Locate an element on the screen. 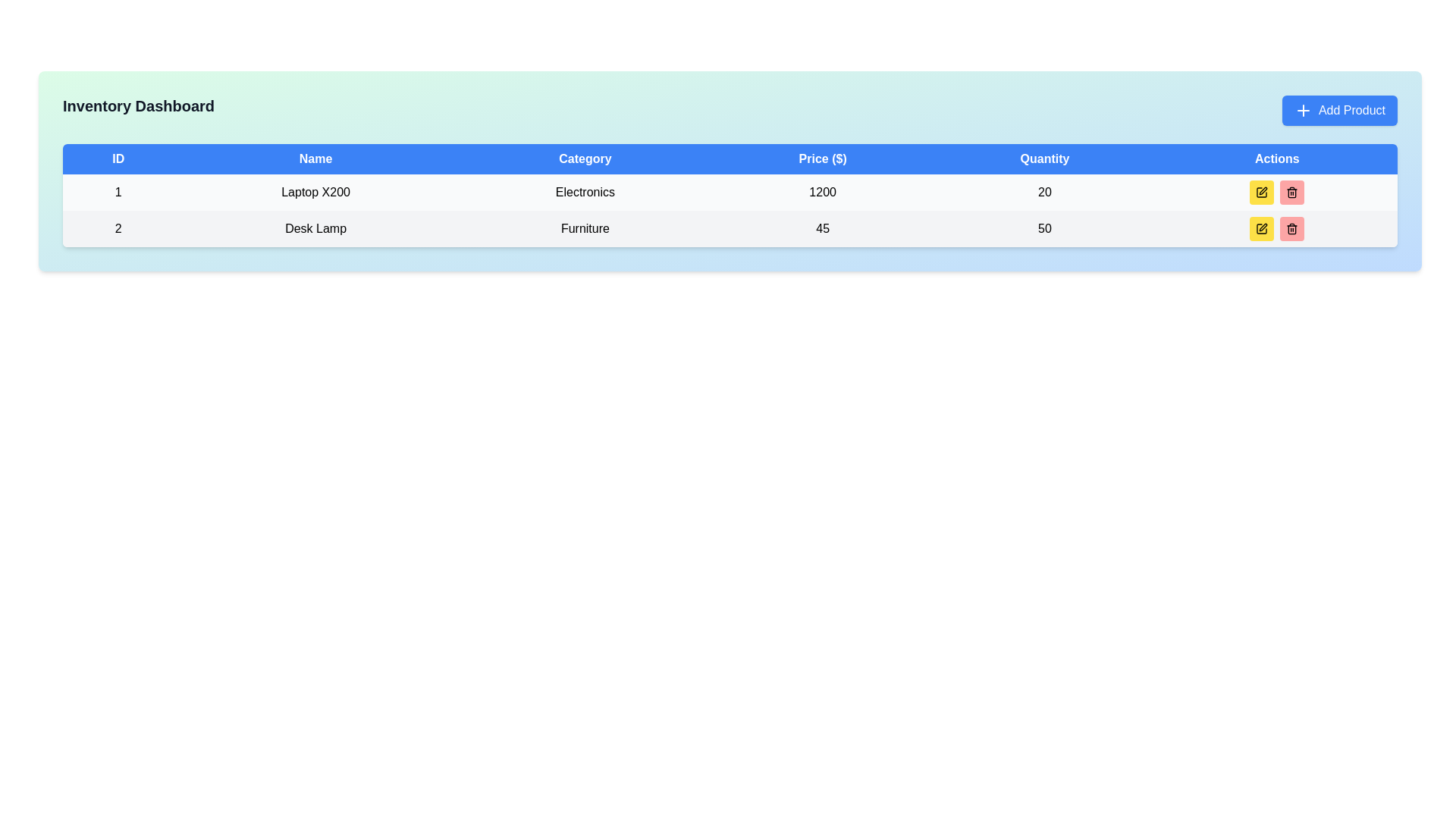 This screenshot has width=1456, height=819. the red rounded button with a trash can icon located in the 'Actions' column of the second row of the table is located at coordinates (1291, 192).